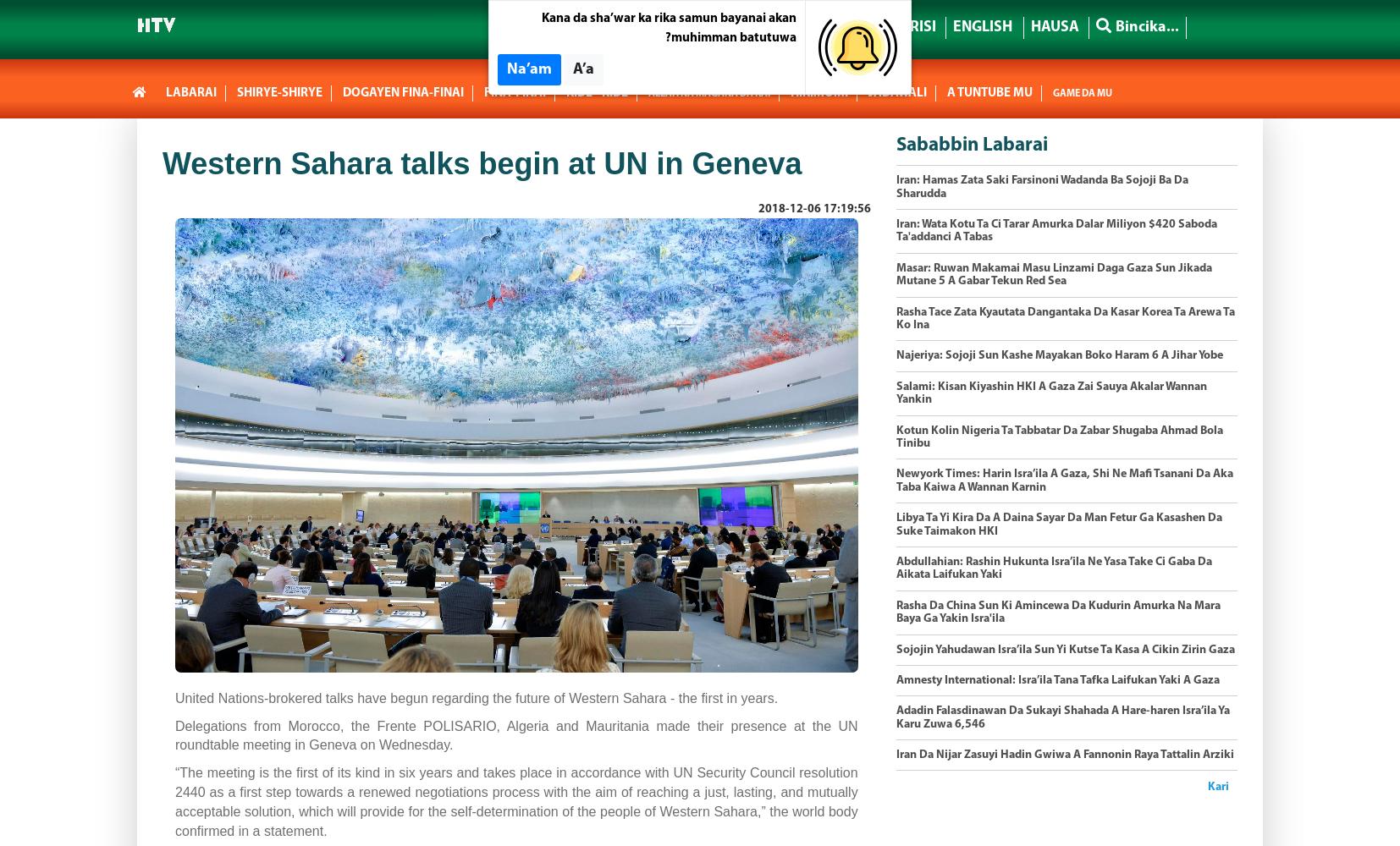 This screenshot has height=846, width=1400. I want to click on '​Sojojin Yahudawan Isra’ila Sun Yi Kutse Ta Kasa A Cikin Zirin Gaza', so click(1065, 649).